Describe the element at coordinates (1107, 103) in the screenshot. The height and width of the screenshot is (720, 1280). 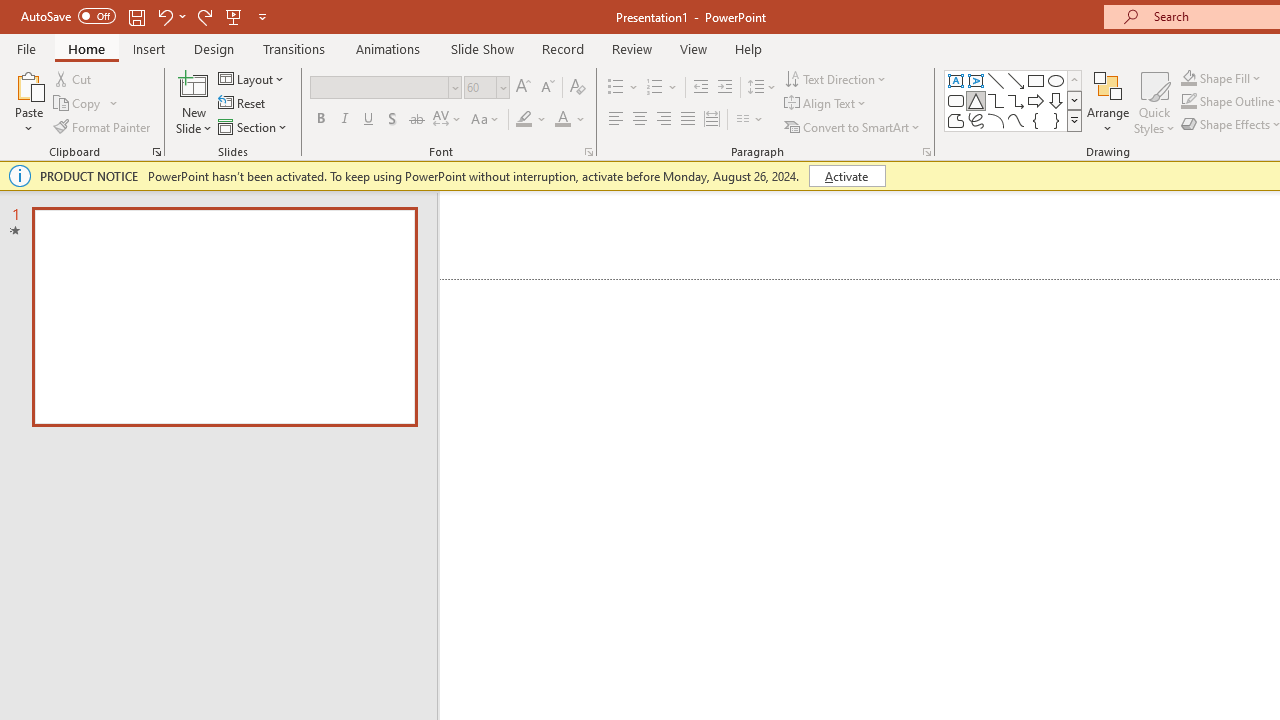
I see `'Arrange'` at that location.